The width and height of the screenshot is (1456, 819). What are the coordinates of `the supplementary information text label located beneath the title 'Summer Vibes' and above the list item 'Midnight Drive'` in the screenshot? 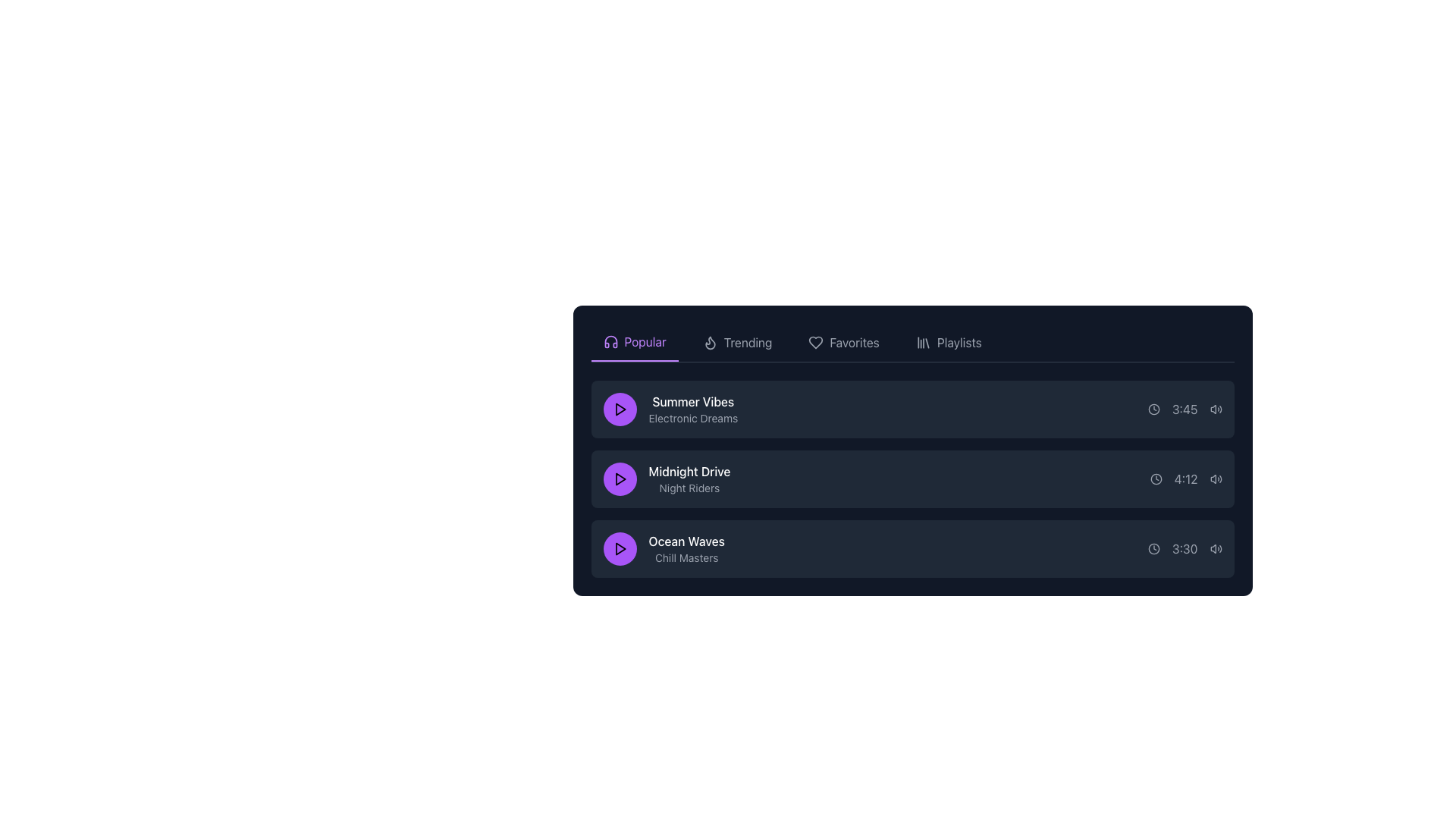 It's located at (692, 418).